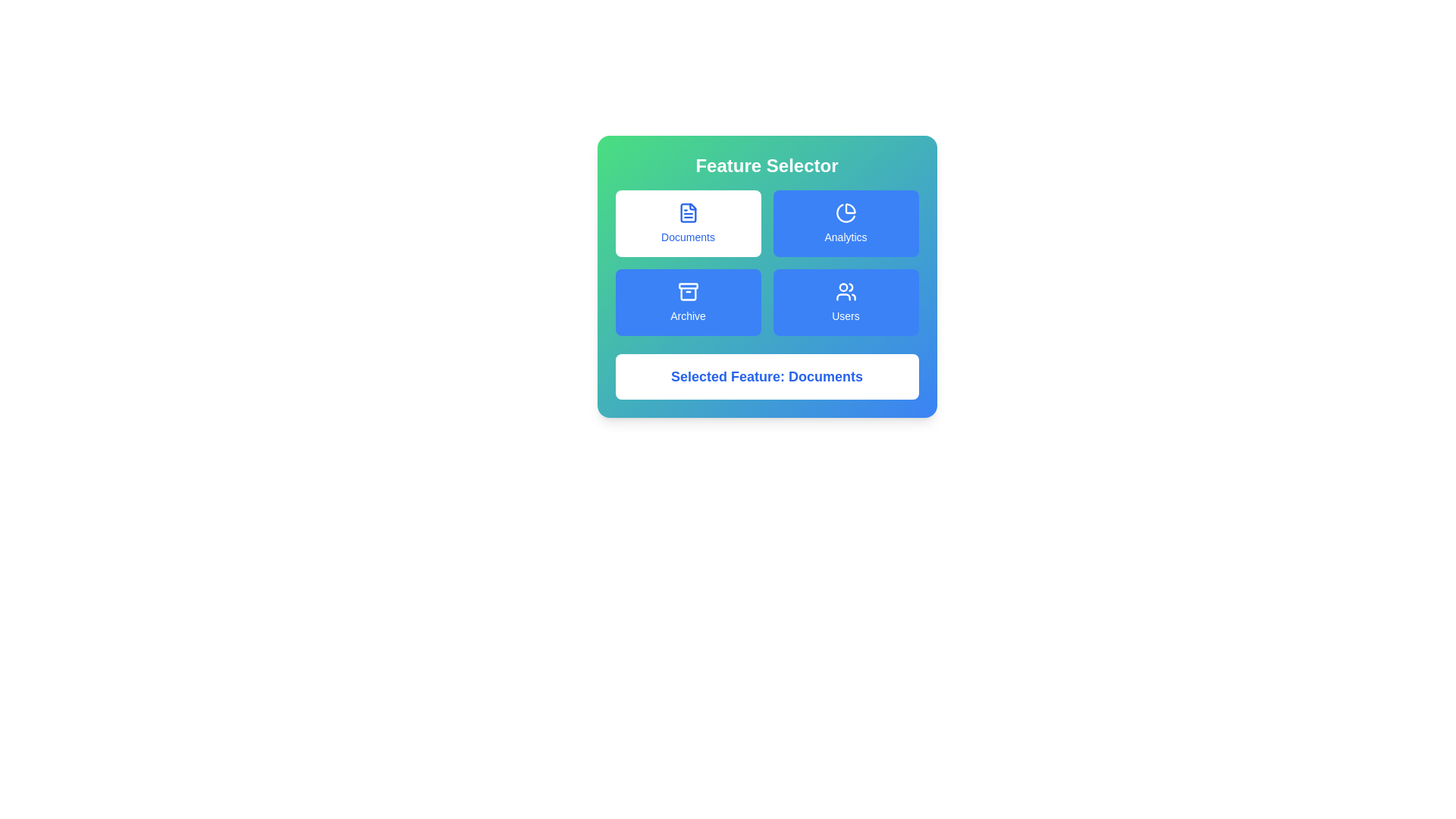  I want to click on the 'Analytics' text label, which is part of the button in the feature selector grid, positioned below the icon in the top-right corner, so click(845, 237).